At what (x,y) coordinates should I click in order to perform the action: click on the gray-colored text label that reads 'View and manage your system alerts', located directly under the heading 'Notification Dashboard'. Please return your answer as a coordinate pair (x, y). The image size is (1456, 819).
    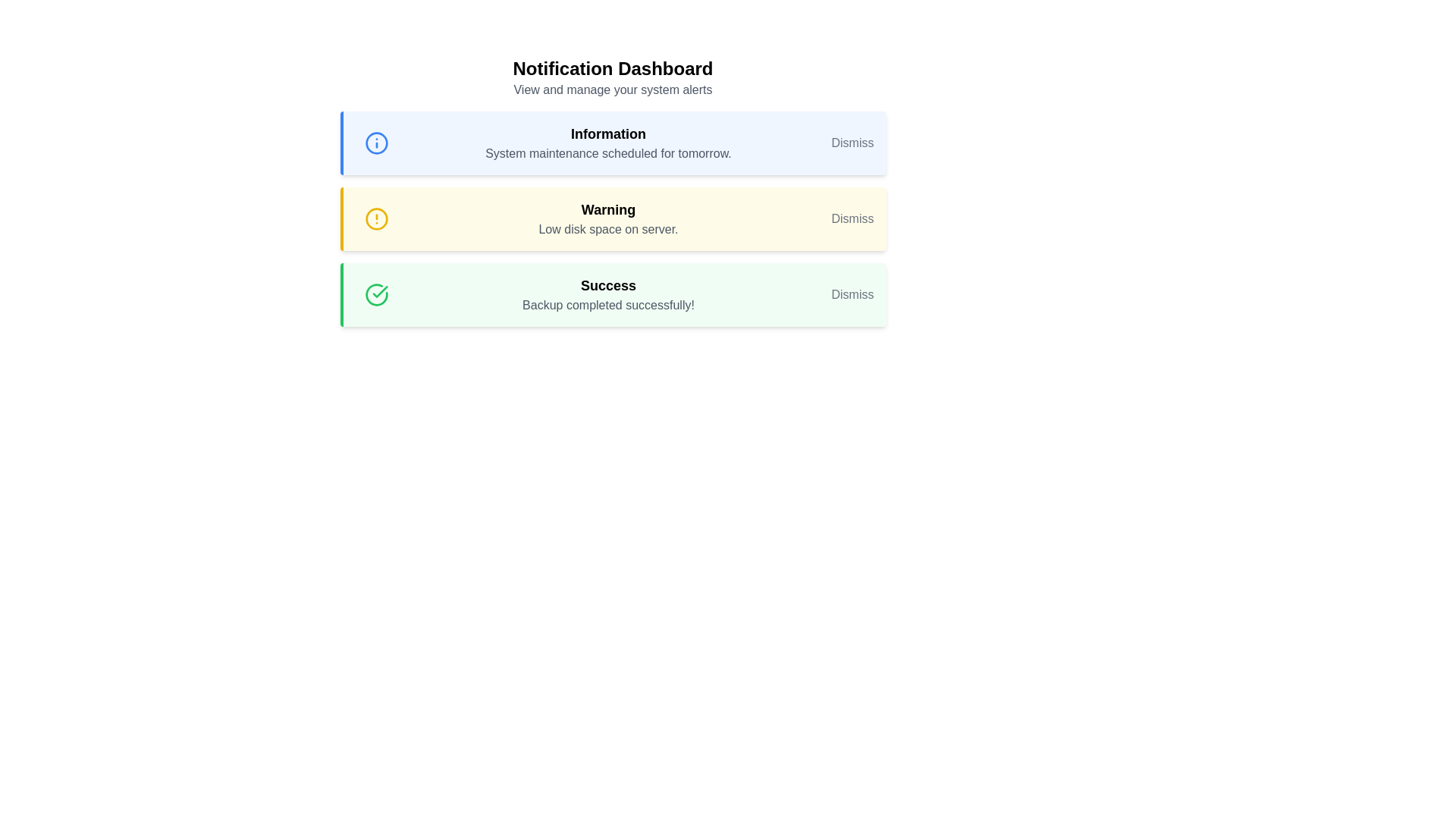
    Looking at the image, I should click on (613, 90).